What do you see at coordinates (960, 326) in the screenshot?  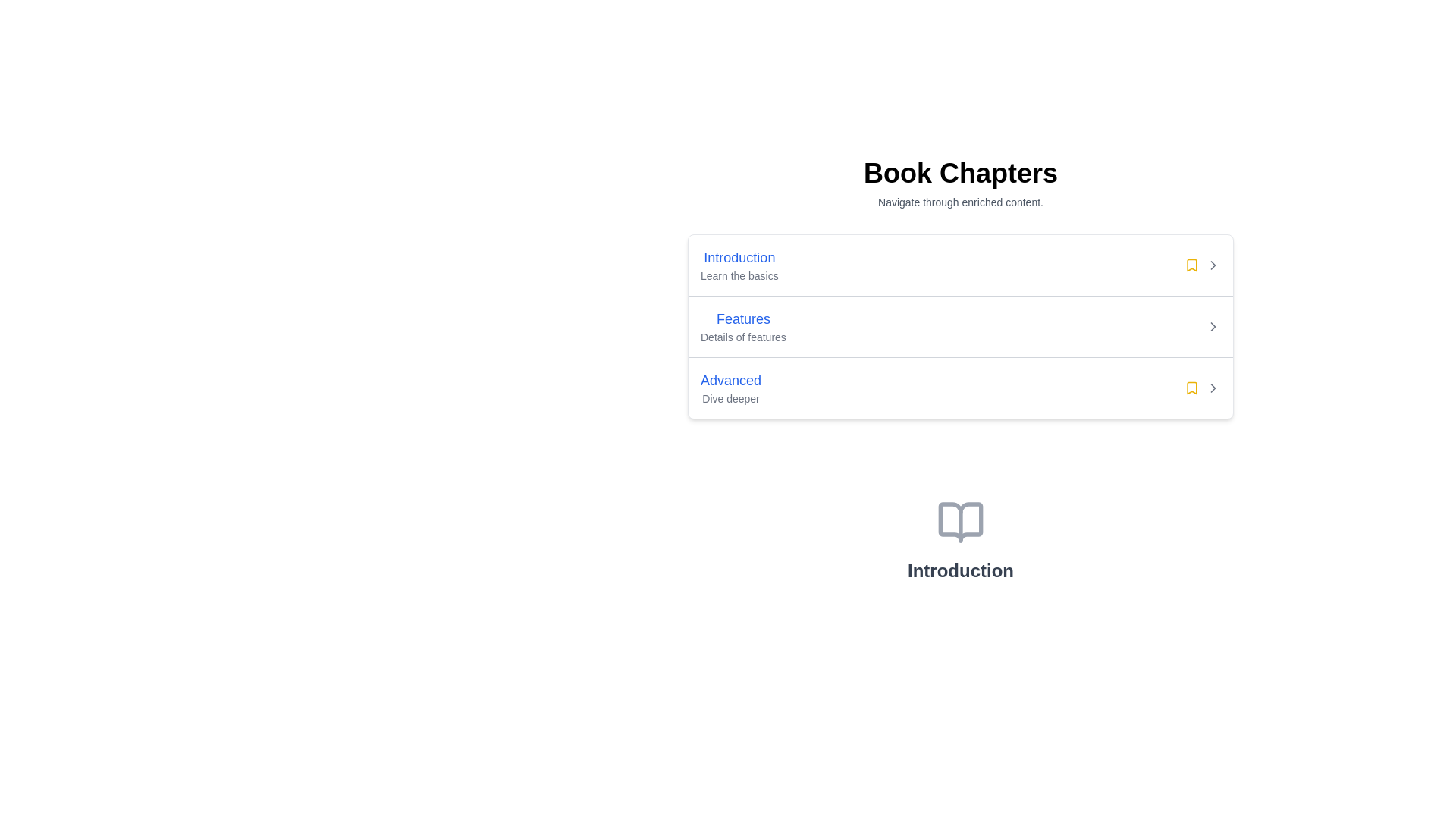 I see `the interactive list item displaying 'Features' with a gray subtext 'Details of features', located in the 'Book Chapters' list, positioned between 'Introduction' and 'Advanced'` at bounding box center [960, 326].